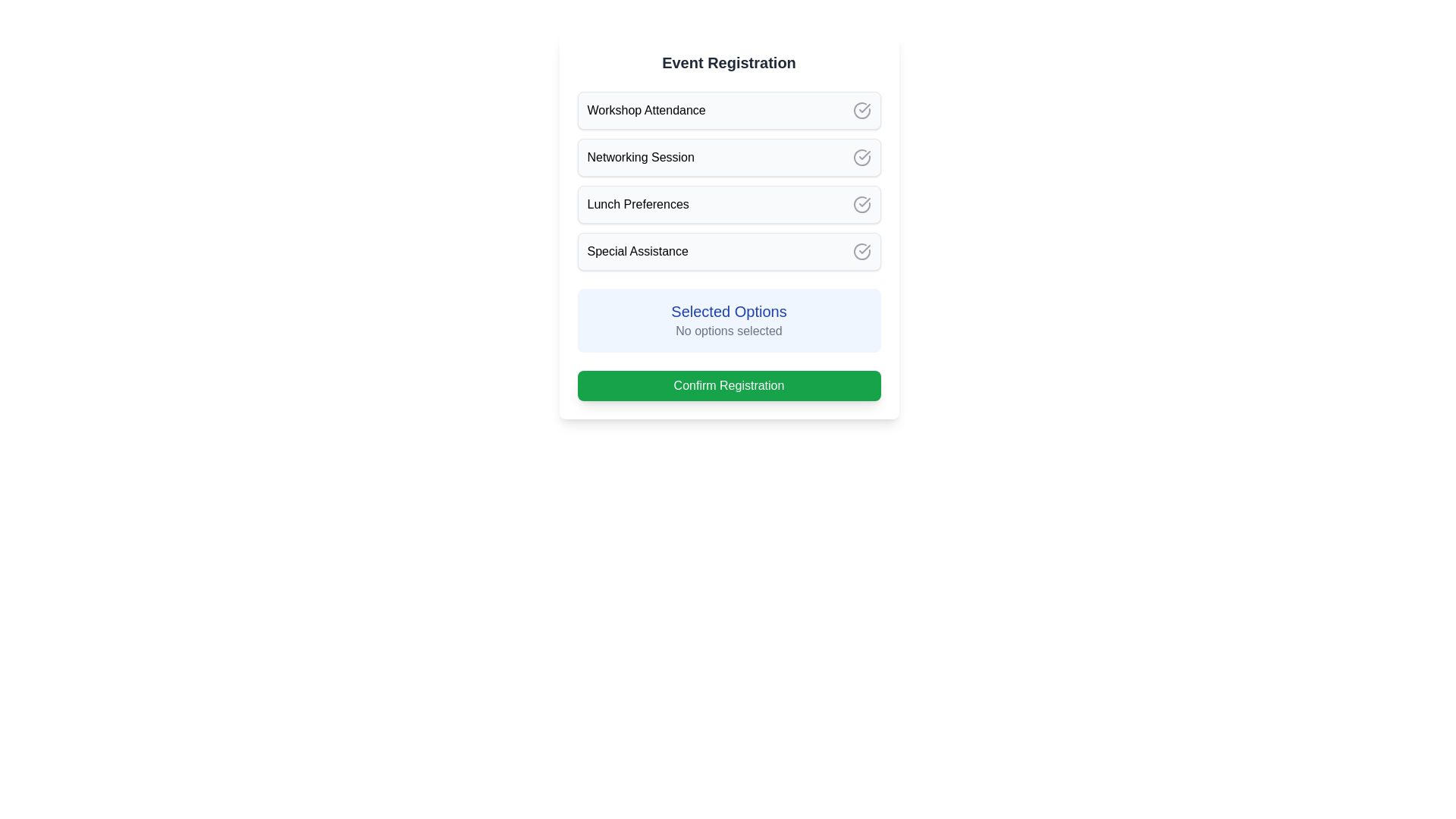 The width and height of the screenshot is (1456, 819). Describe the element at coordinates (646, 110) in the screenshot. I see `the 'Workshop Attendance' text label, which is displayed in medium-sized black font on a light-gray background, located beneath the 'Event Registration' title and next to a check icon` at that location.